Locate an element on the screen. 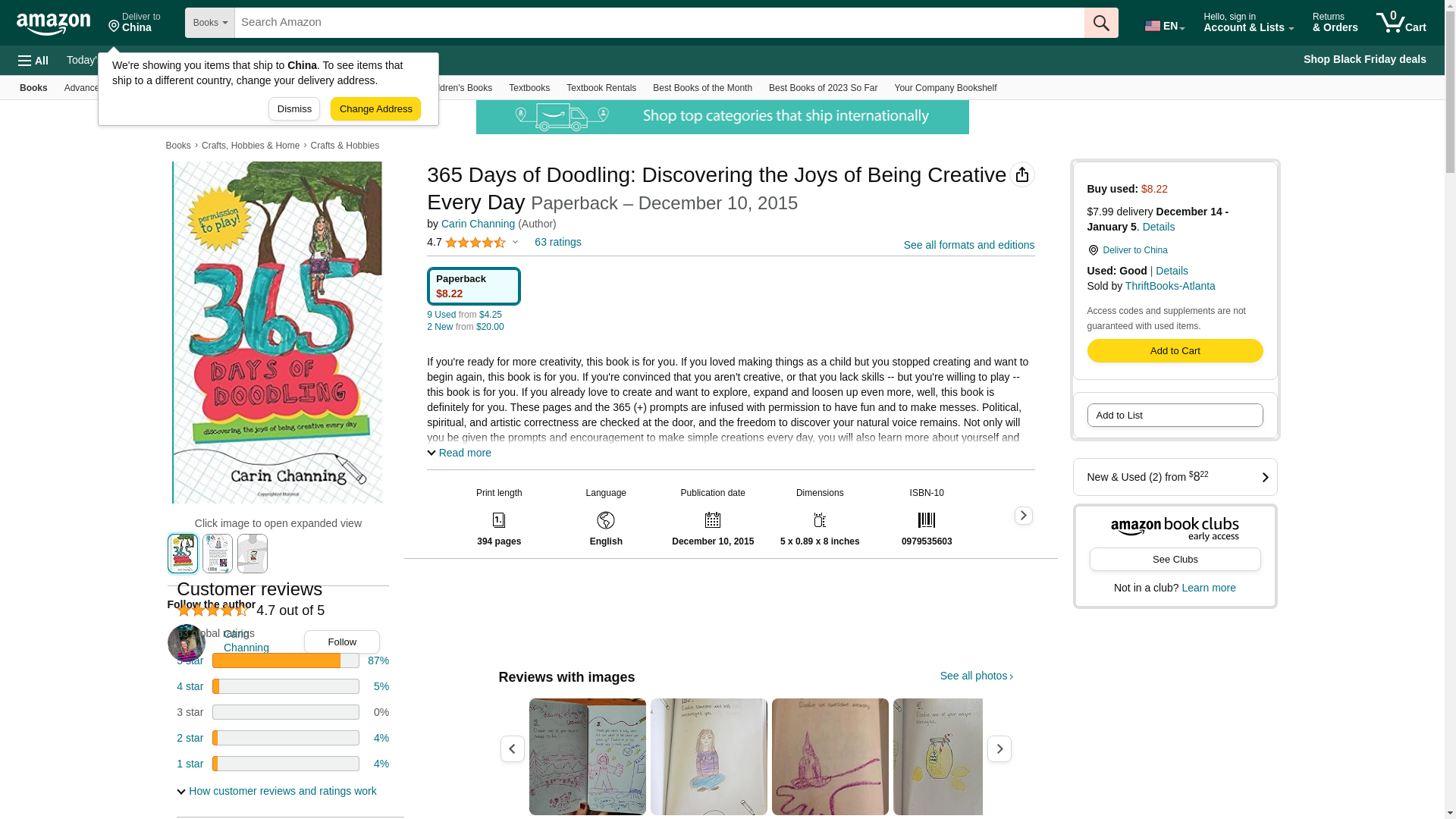  '4%' is located at coordinates (381, 763).